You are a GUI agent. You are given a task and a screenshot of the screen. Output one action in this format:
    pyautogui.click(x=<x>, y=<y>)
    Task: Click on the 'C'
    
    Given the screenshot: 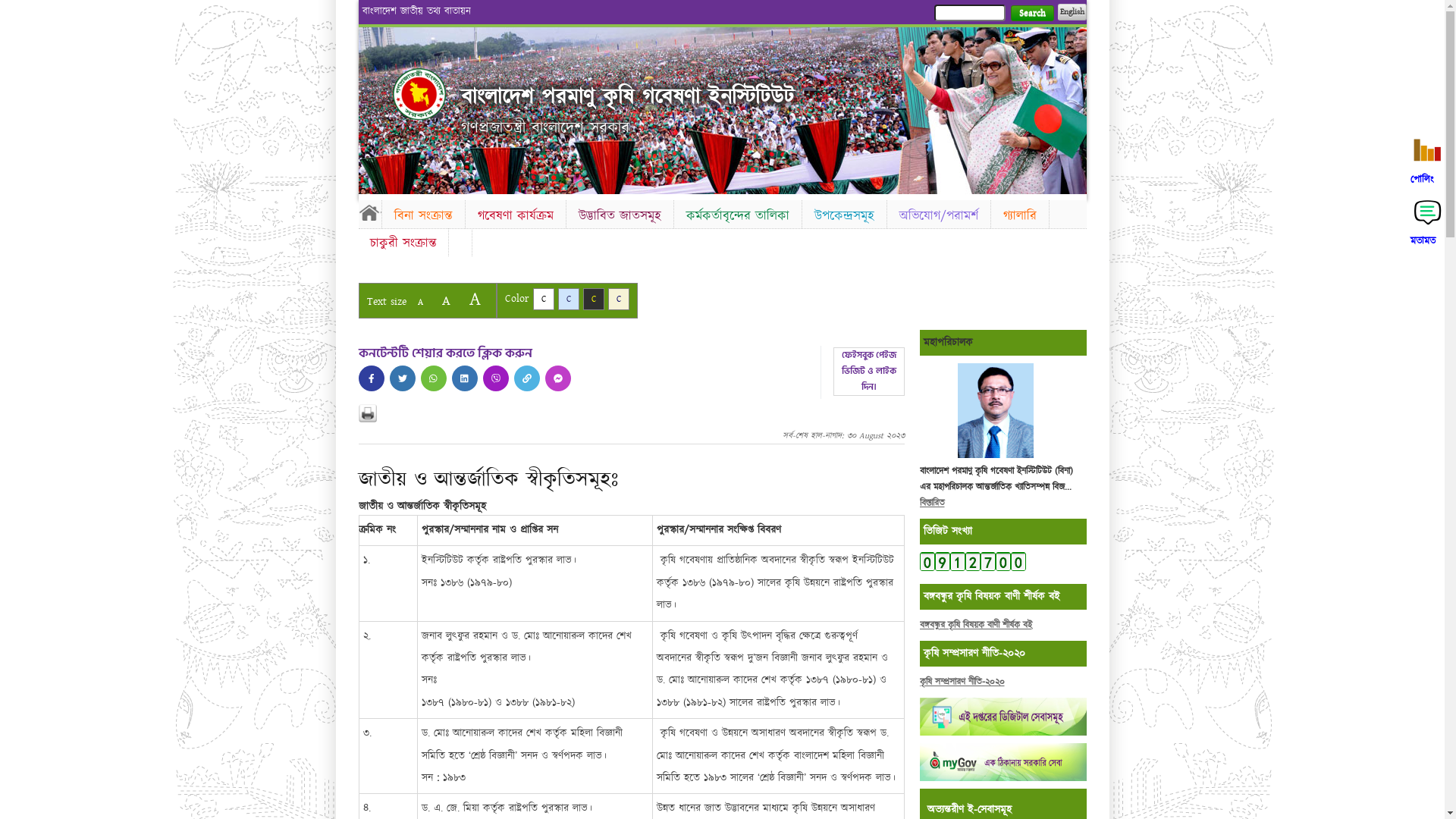 What is the action you would take?
    pyautogui.click(x=542, y=299)
    